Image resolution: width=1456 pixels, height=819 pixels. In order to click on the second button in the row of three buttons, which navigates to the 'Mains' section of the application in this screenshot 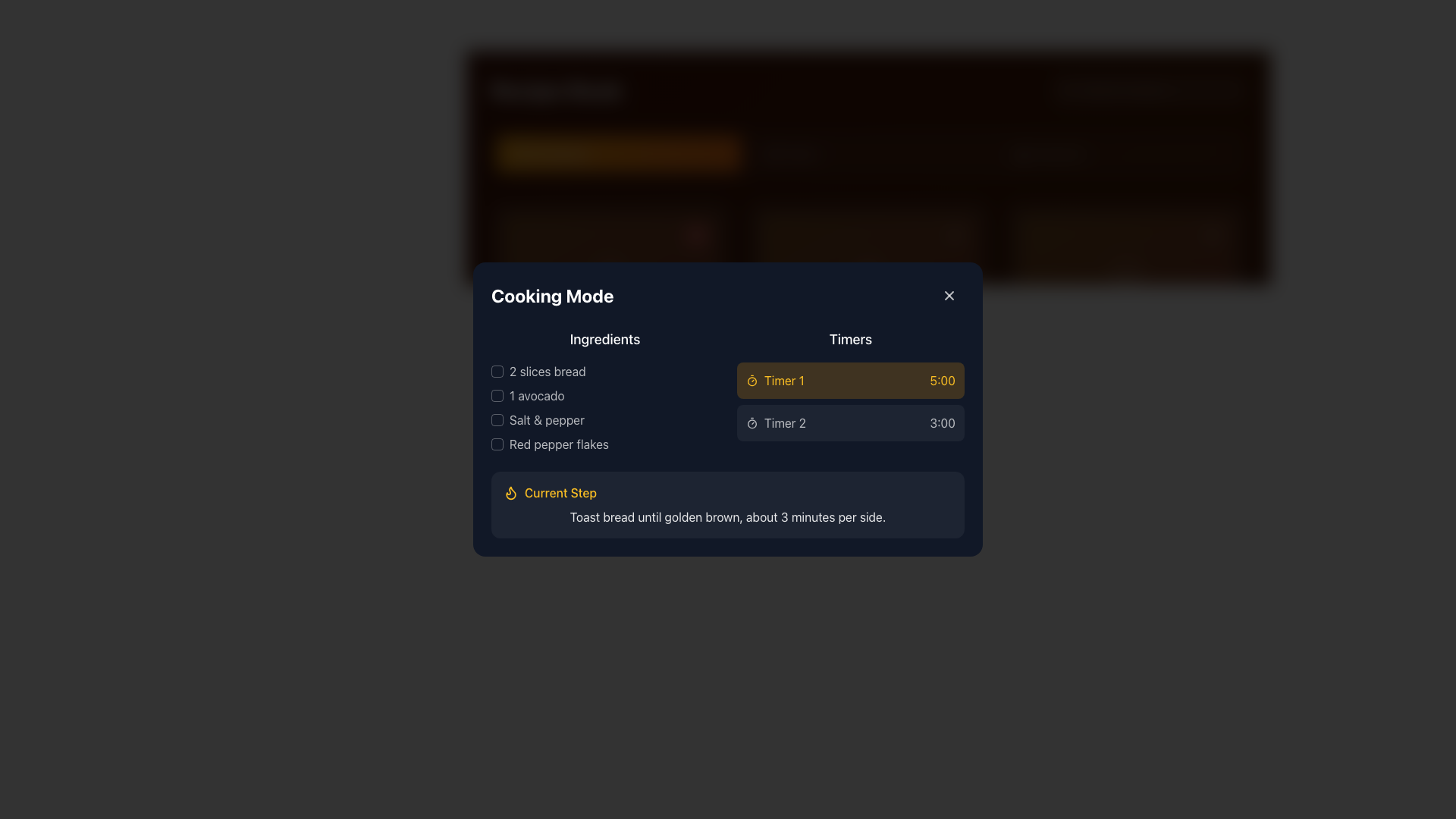, I will do `click(868, 154)`.